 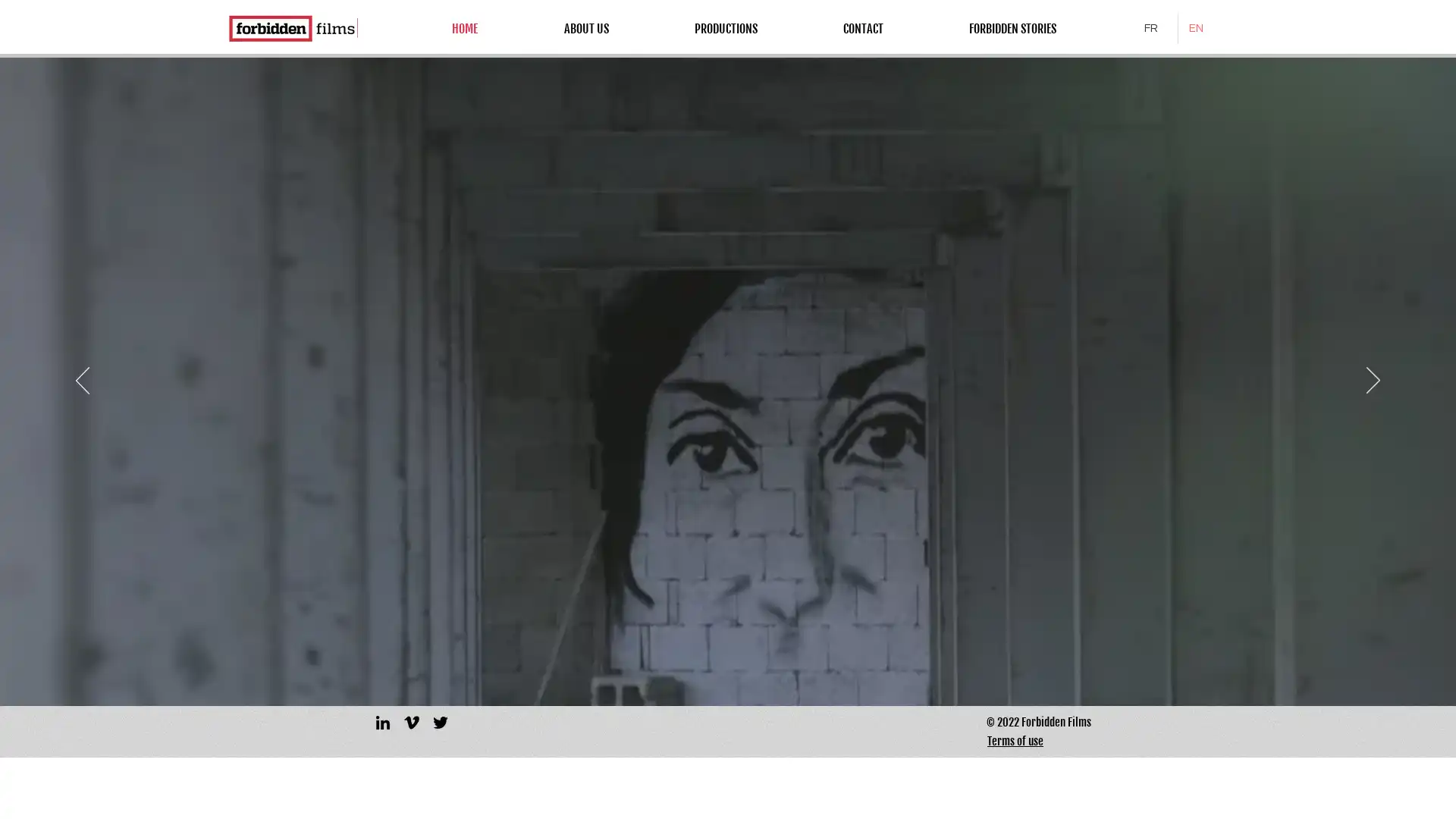 I want to click on English, so click(x=1200, y=28).